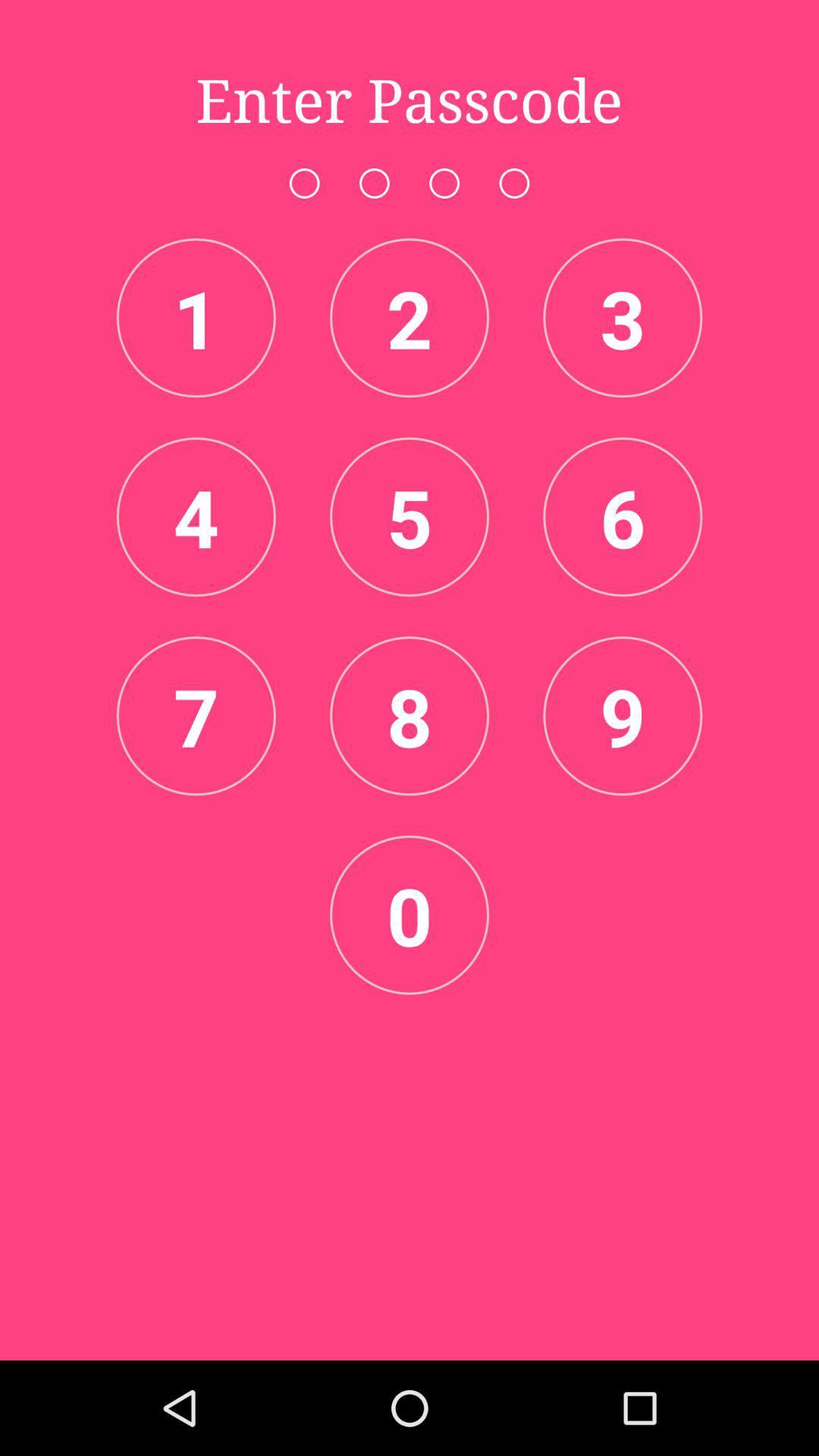  I want to click on 0, so click(409, 914).